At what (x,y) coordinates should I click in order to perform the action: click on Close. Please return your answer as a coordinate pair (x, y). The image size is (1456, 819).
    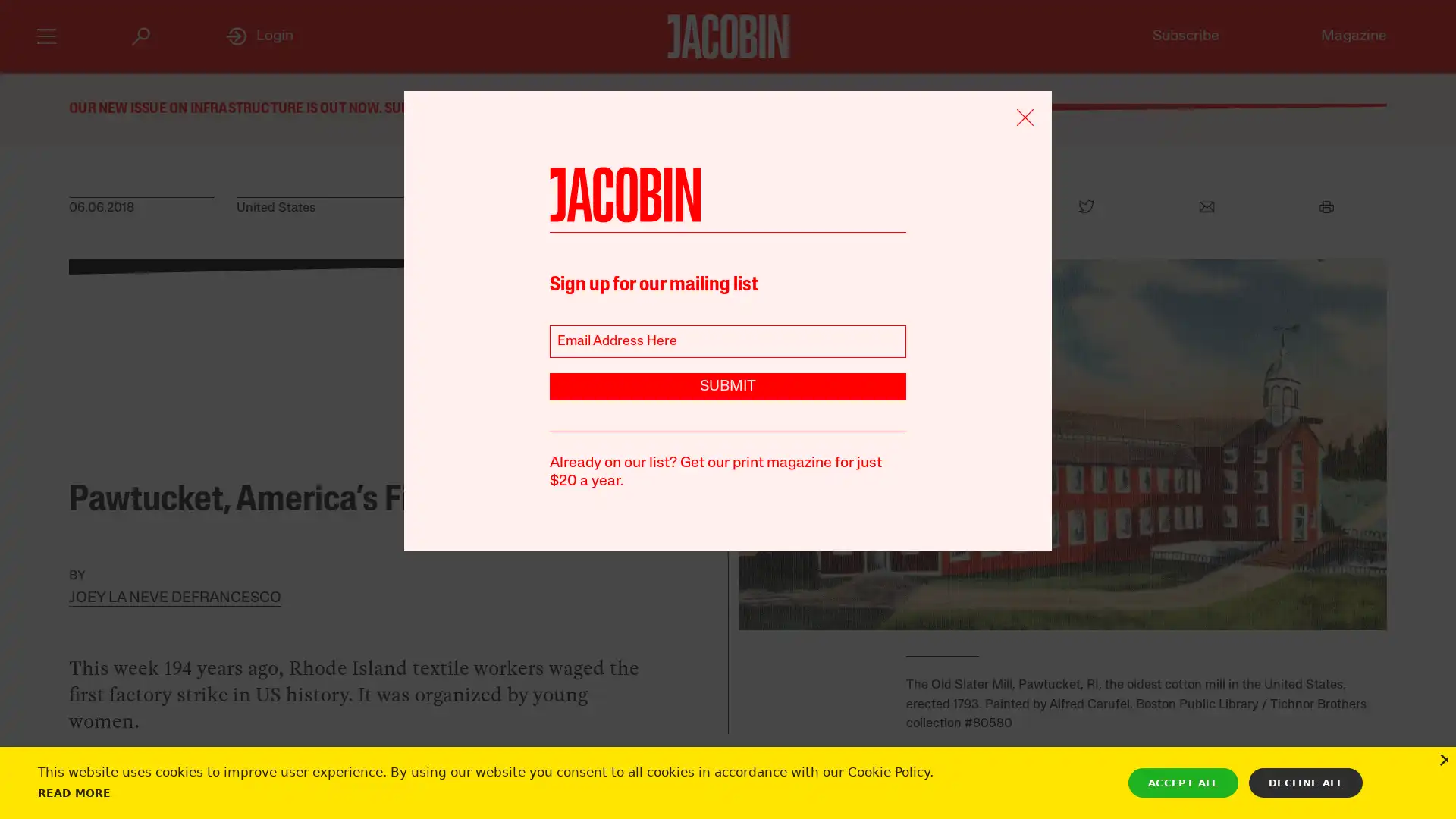
    Looking at the image, I should click on (1442, 759).